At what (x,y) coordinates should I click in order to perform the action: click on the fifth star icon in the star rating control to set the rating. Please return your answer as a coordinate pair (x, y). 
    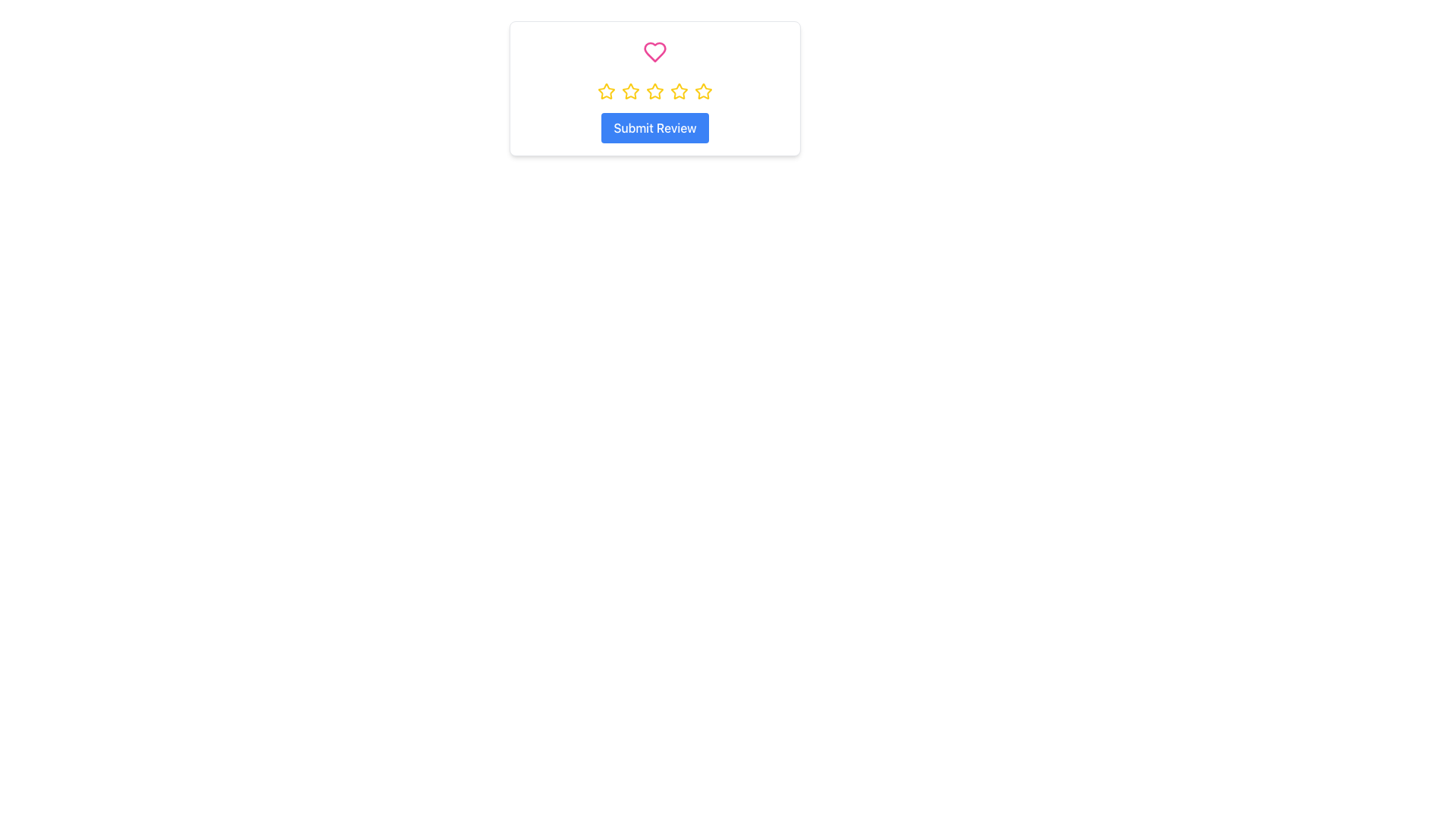
    Looking at the image, I should click on (702, 91).